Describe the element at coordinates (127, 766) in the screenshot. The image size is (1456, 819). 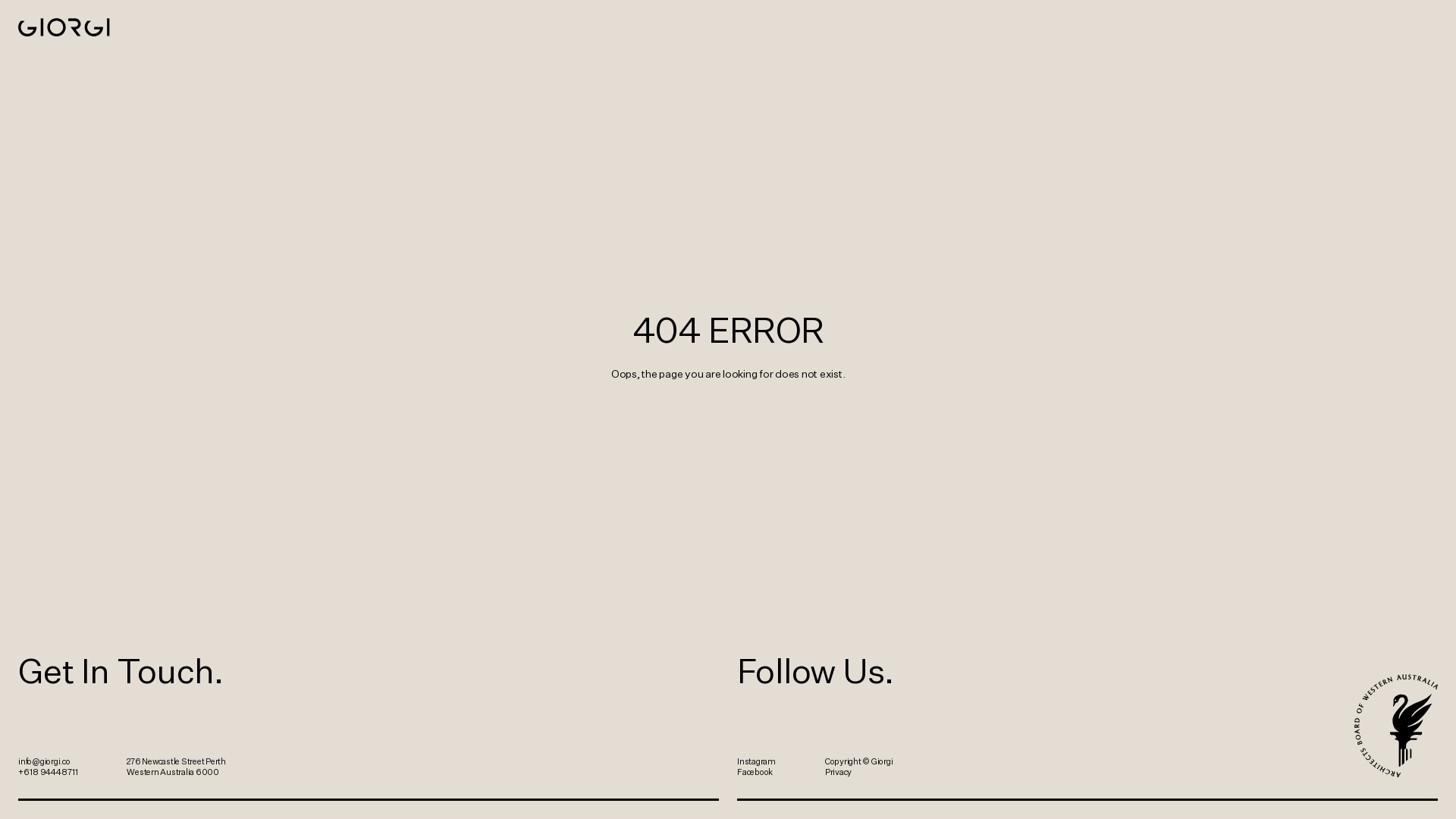
I see `'276 Newcastle Street Perth Western Australia 6000'` at that location.